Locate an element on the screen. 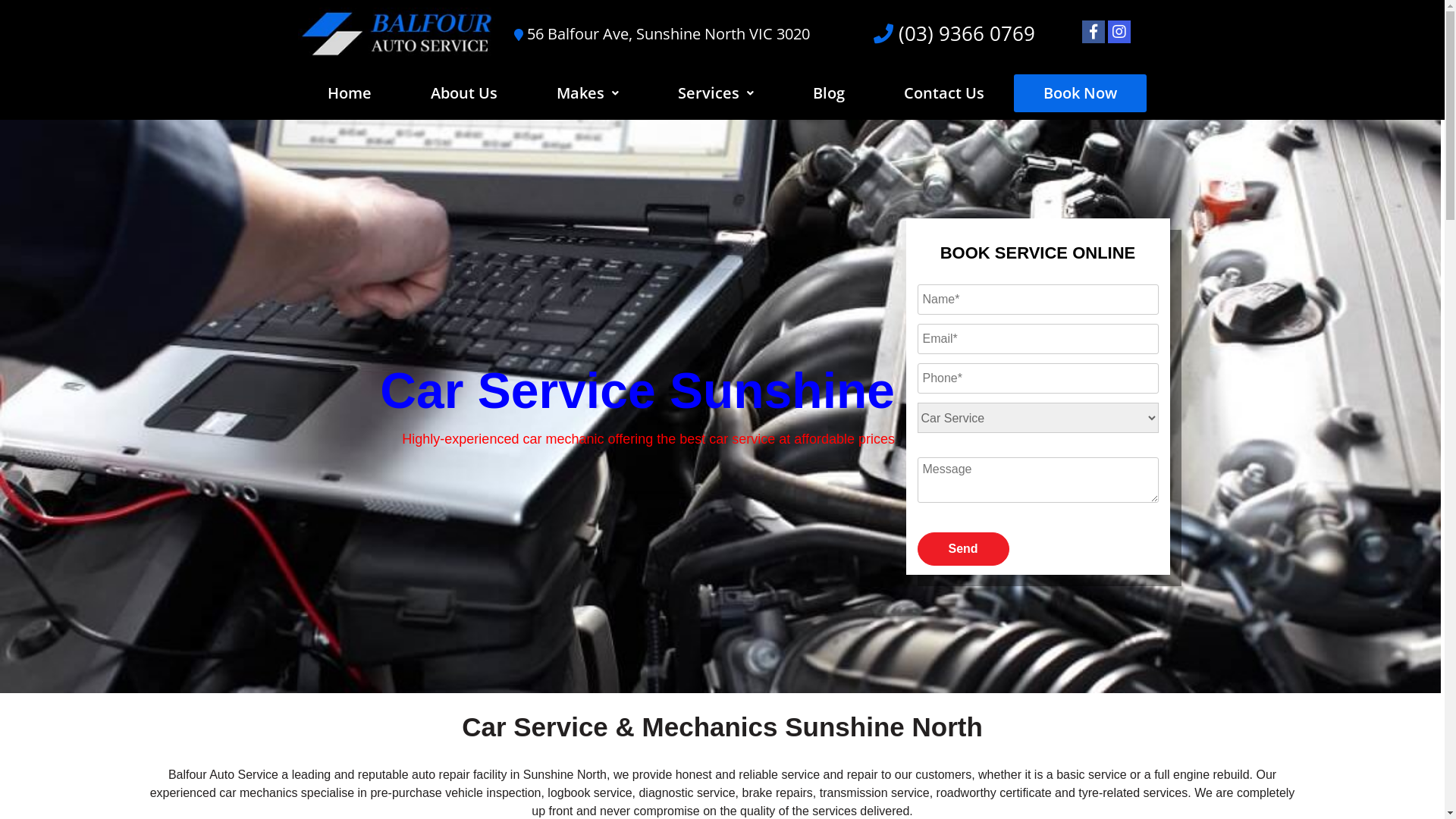 The image size is (1456, 819). 'Makes' is located at coordinates (586, 93).